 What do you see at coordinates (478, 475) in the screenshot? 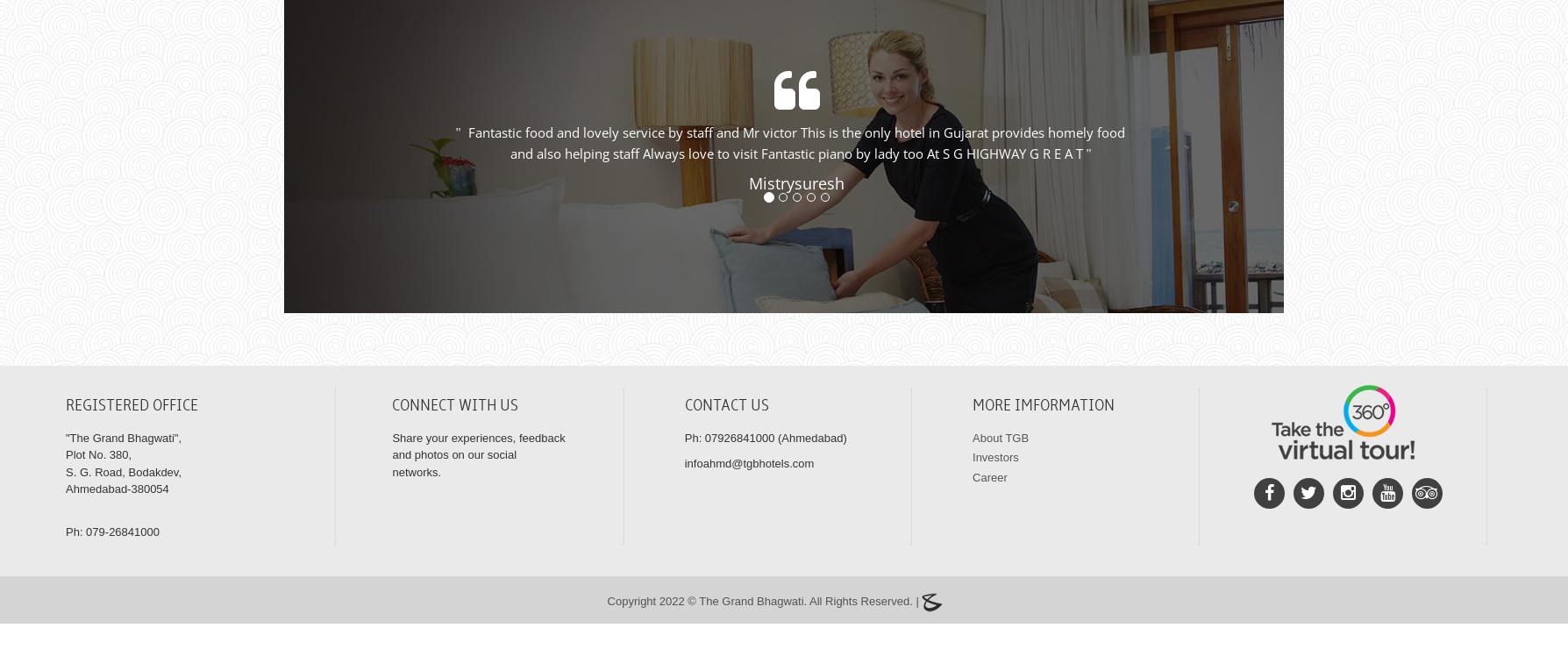
I see `'Share your experiences, feedback and photos on our social networks.'` at bounding box center [478, 475].